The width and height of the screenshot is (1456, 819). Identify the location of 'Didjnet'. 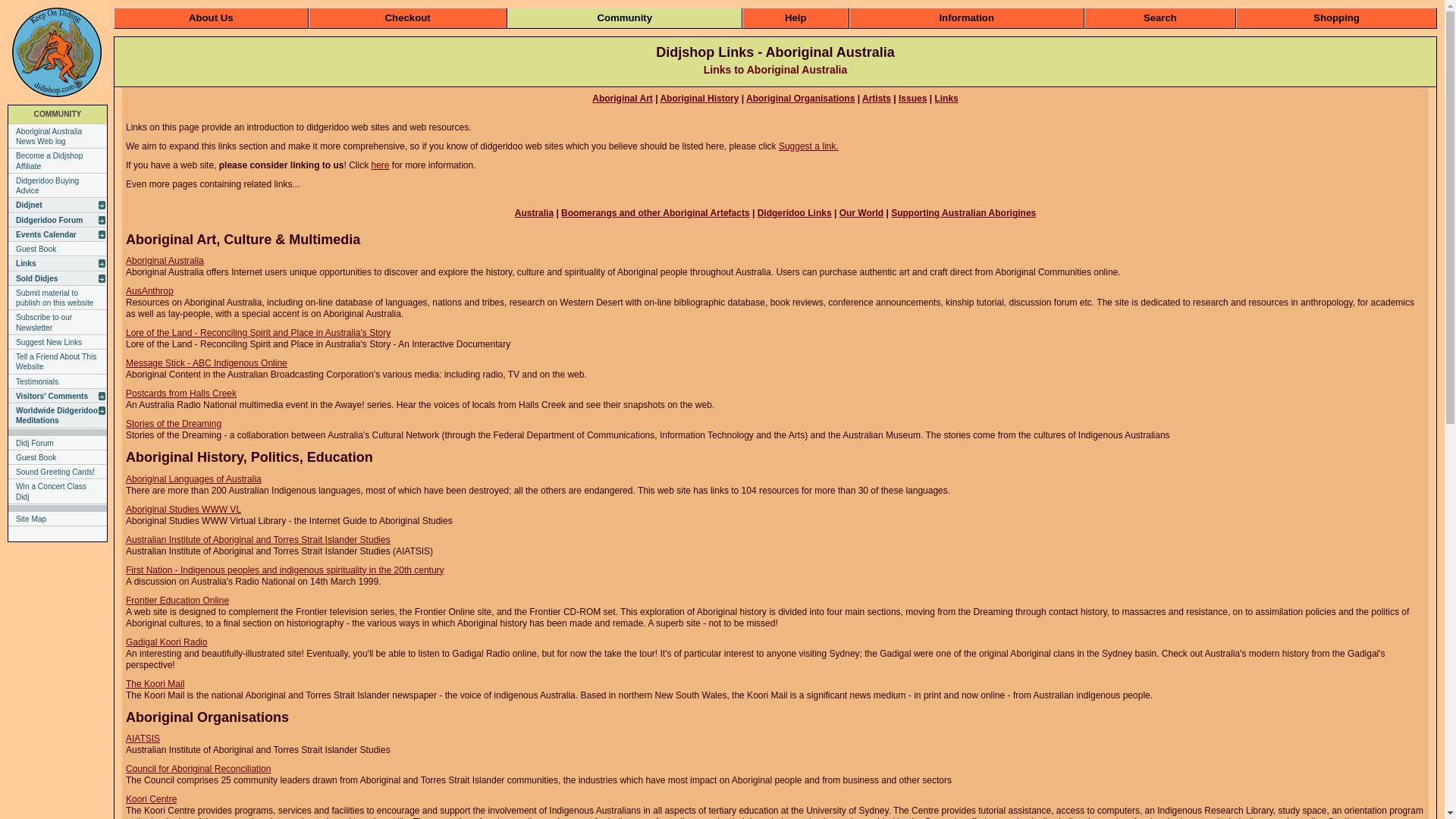
(8, 205).